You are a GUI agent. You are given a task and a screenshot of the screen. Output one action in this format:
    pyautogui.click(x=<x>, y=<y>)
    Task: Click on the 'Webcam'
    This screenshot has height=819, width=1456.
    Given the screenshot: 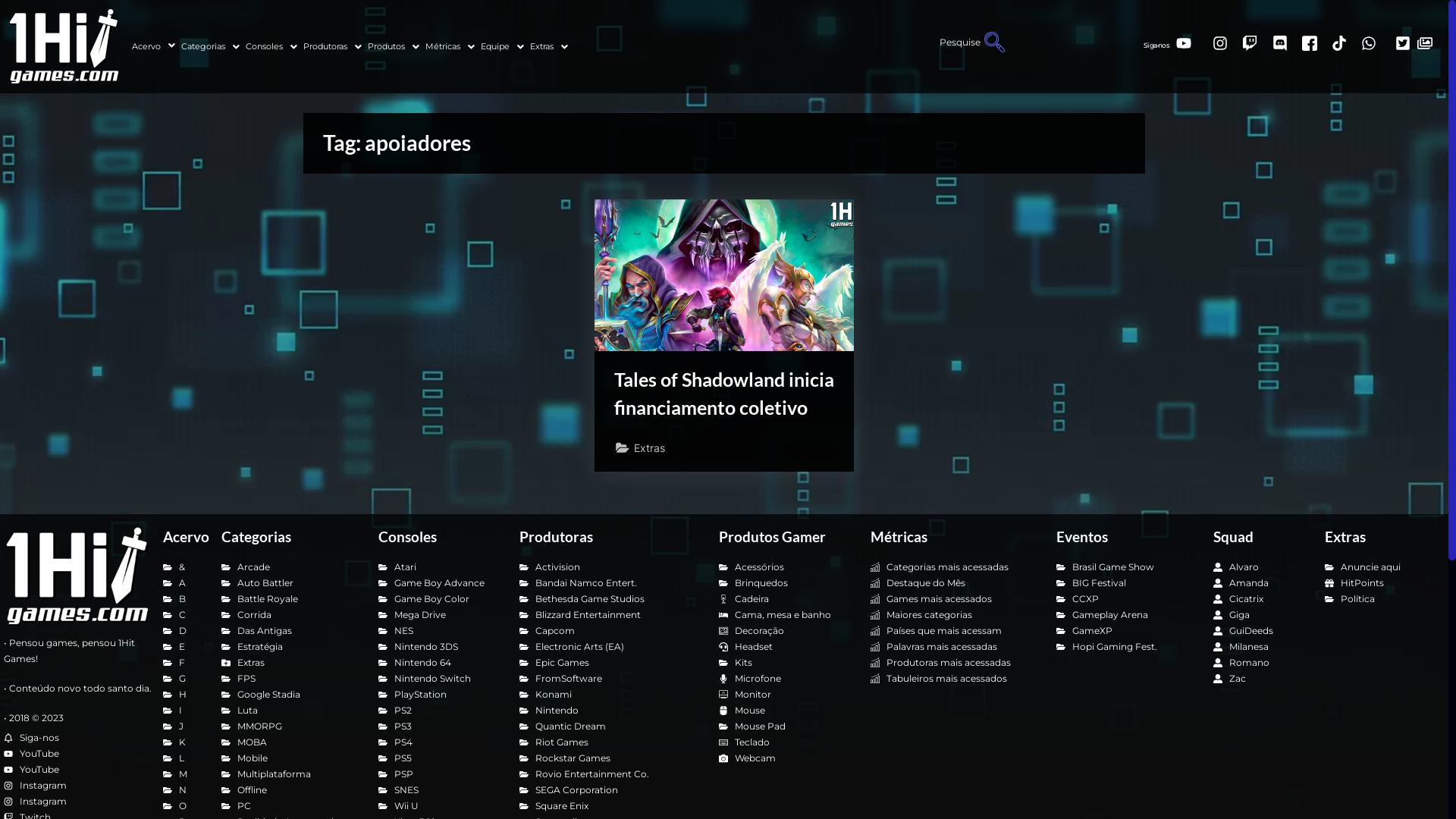 What is the action you would take?
    pyautogui.click(x=787, y=758)
    